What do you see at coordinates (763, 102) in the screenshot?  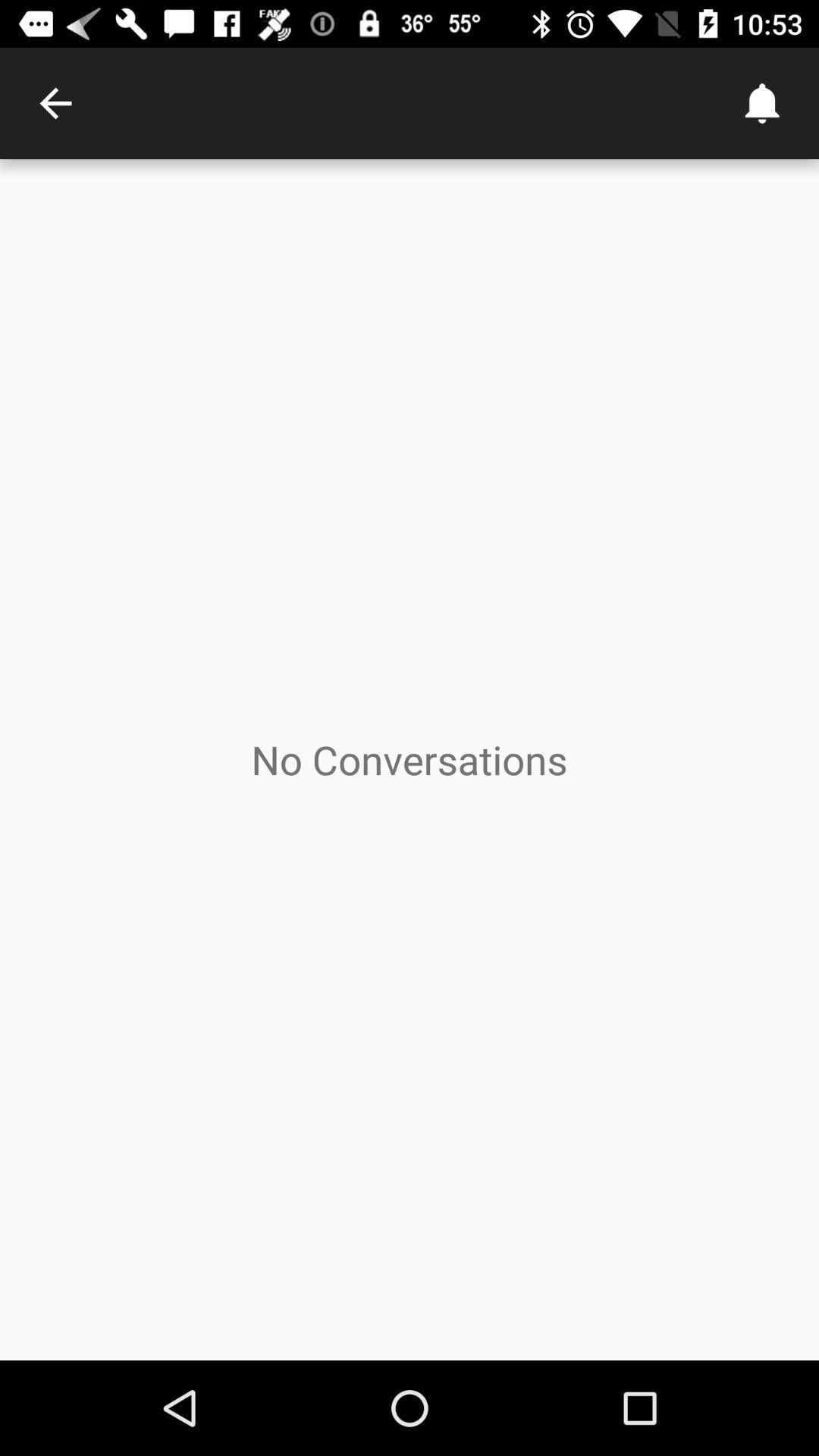 I see `icon above the no conversations icon` at bounding box center [763, 102].